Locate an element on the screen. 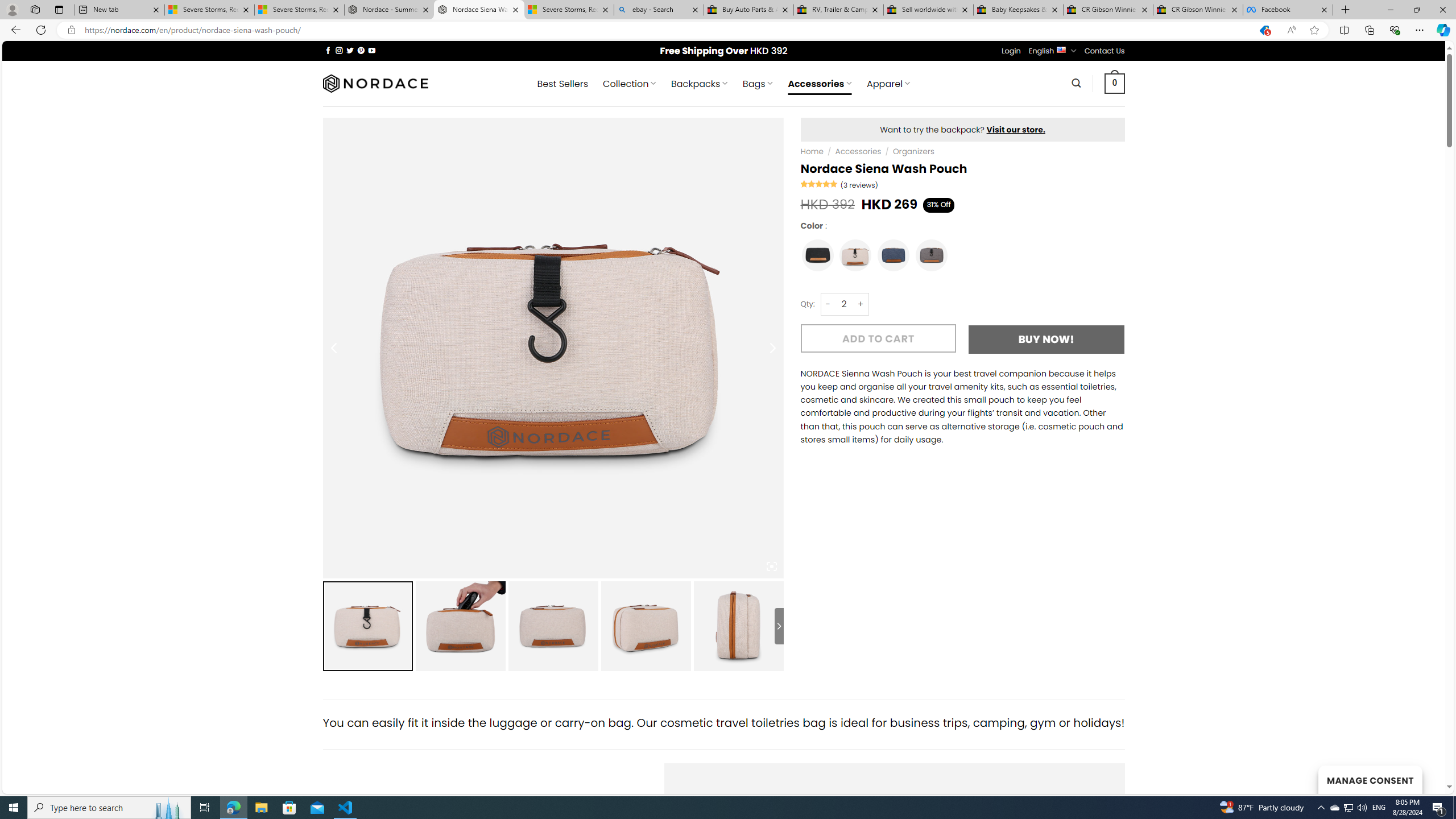 The image size is (1456, 819). 'Nordace - Summer Adventures 2024' is located at coordinates (389, 9).